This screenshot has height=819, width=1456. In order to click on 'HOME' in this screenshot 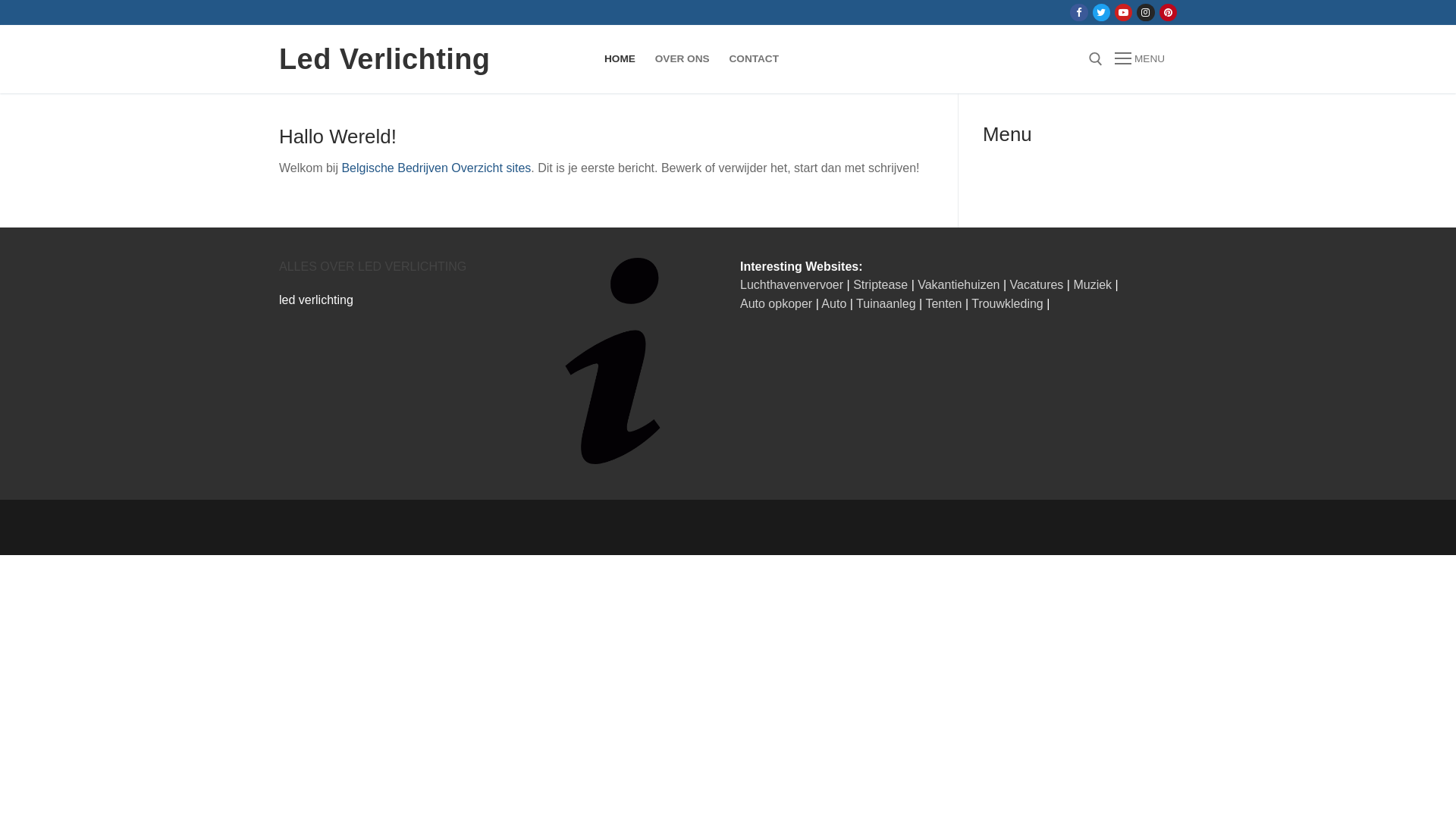, I will do `click(593, 58)`.